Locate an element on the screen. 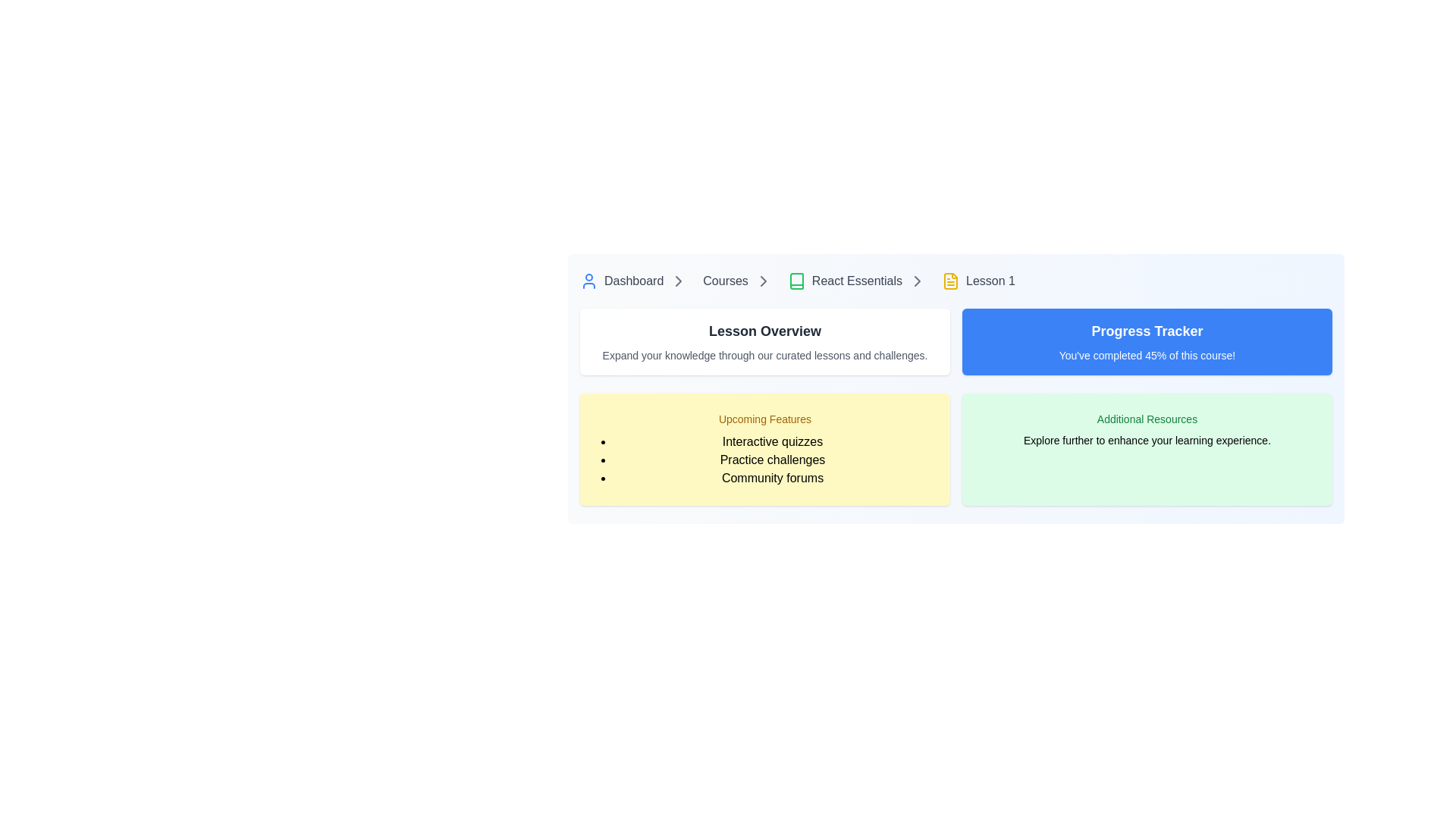 The height and width of the screenshot is (819, 1456). the informational summary text block located on the left side of the 'Progress Tracker' block at the upper part of the interface is located at coordinates (764, 342).